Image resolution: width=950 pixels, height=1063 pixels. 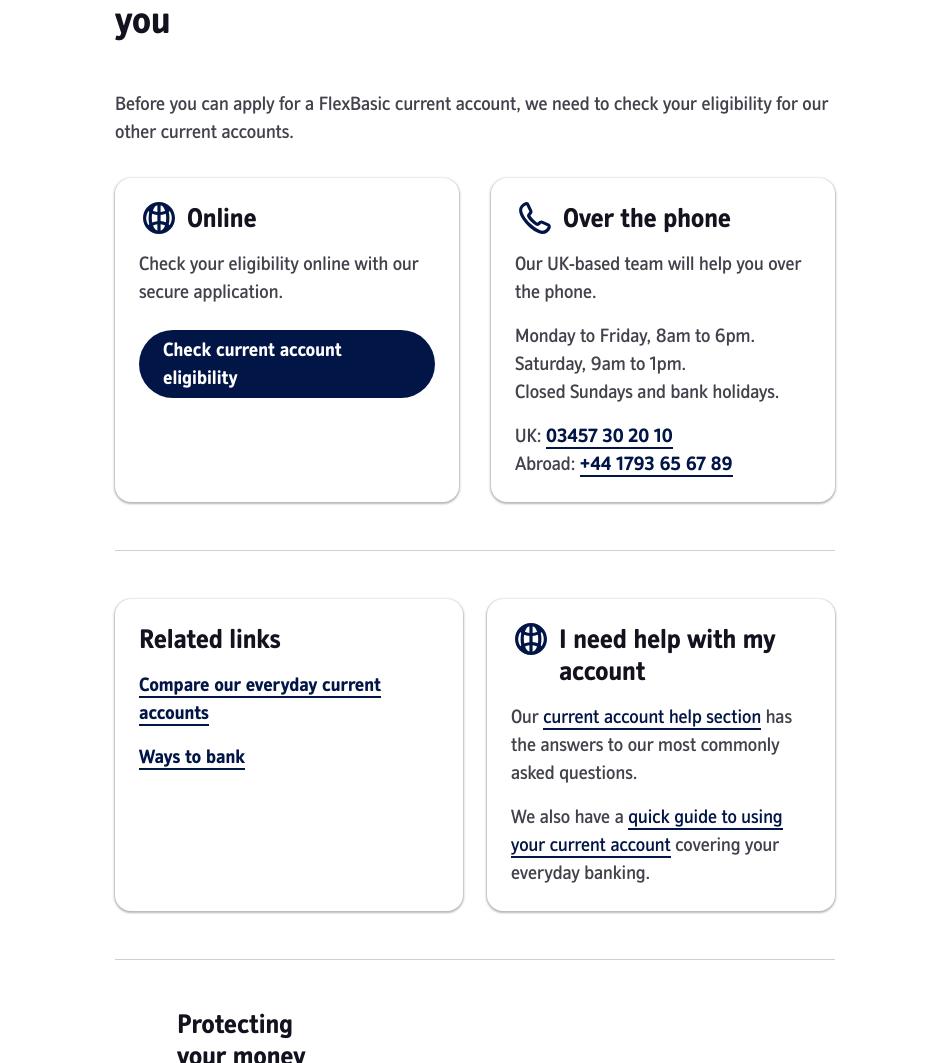 What do you see at coordinates (277, 277) in the screenshot?
I see `'Check your eligibility online with our secure application.'` at bounding box center [277, 277].